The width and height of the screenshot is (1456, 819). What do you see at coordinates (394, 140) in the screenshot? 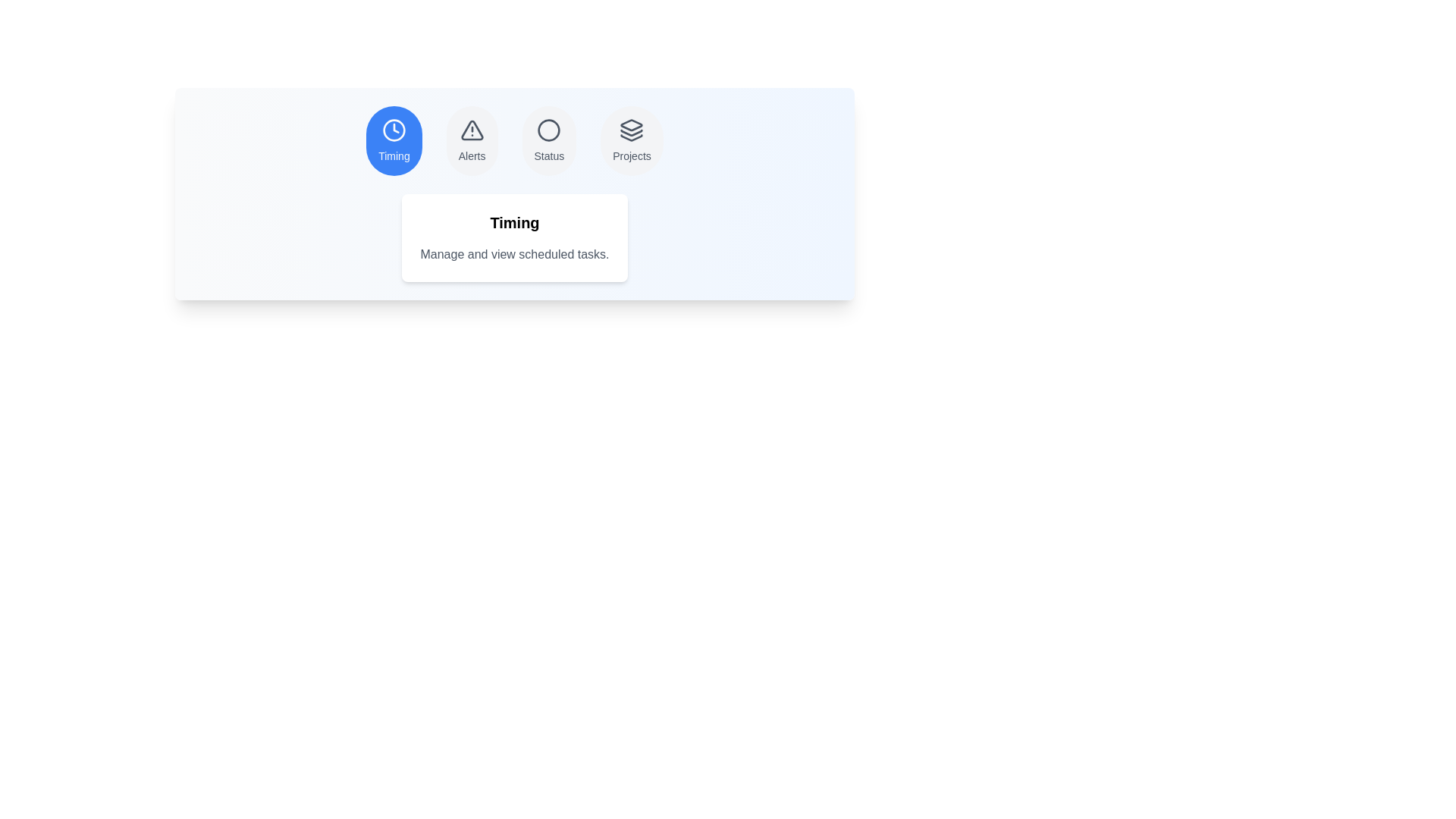
I see `the tab labeled Timing to observe the hover effect` at bounding box center [394, 140].